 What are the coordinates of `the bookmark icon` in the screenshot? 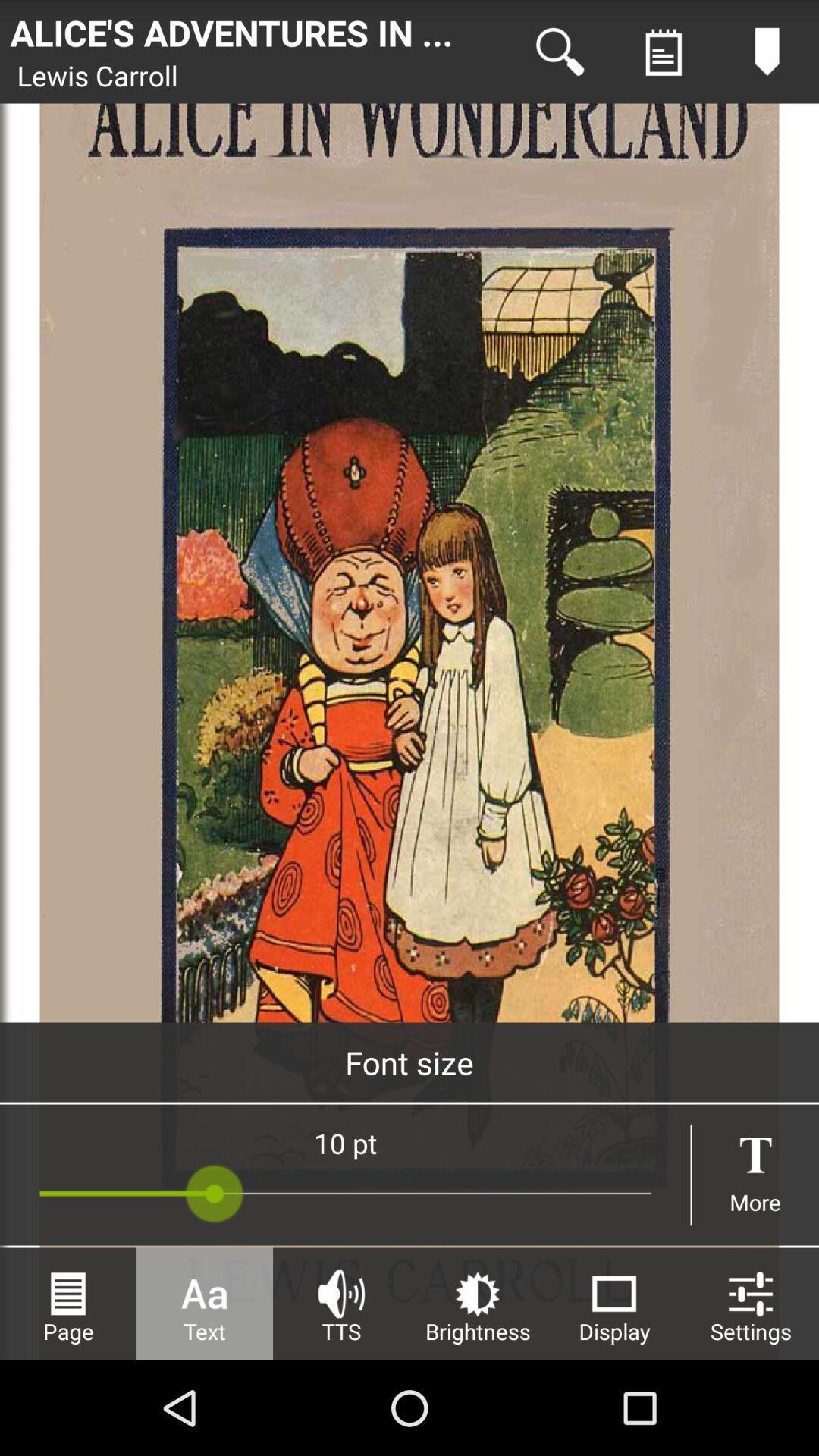 It's located at (767, 55).